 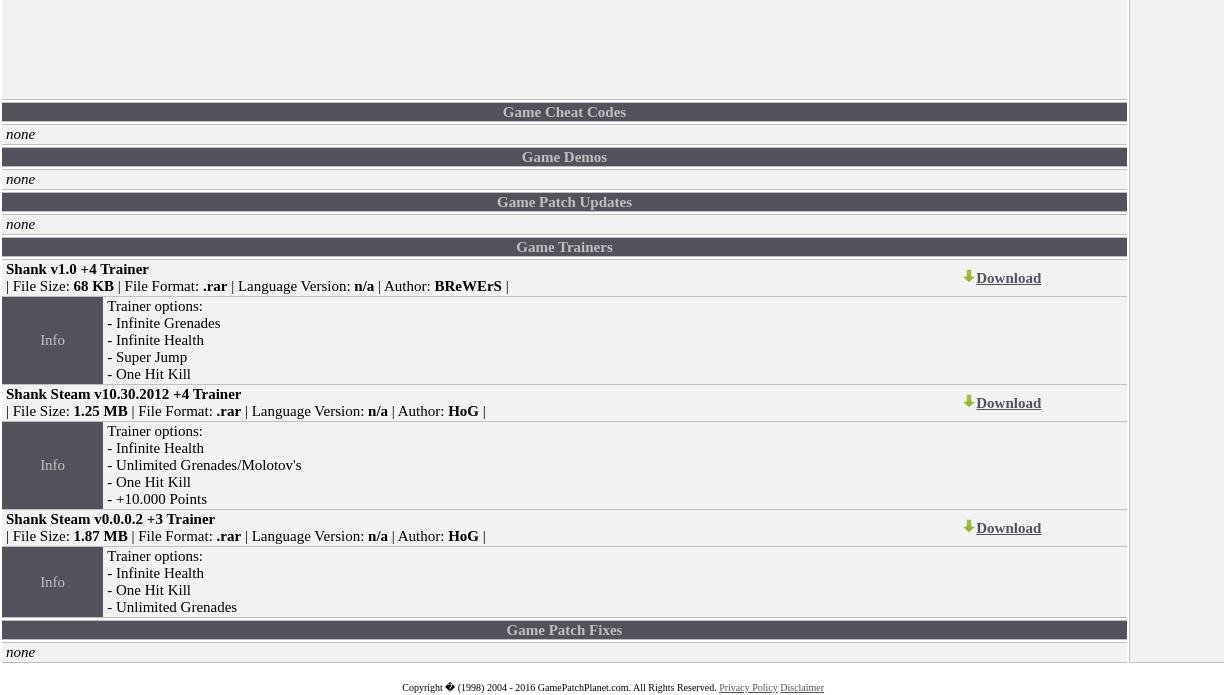 What do you see at coordinates (6, 392) in the screenshot?
I see `'Shank Steam v10.30.2012 +4 Trainer'` at bounding box center [6, 392].